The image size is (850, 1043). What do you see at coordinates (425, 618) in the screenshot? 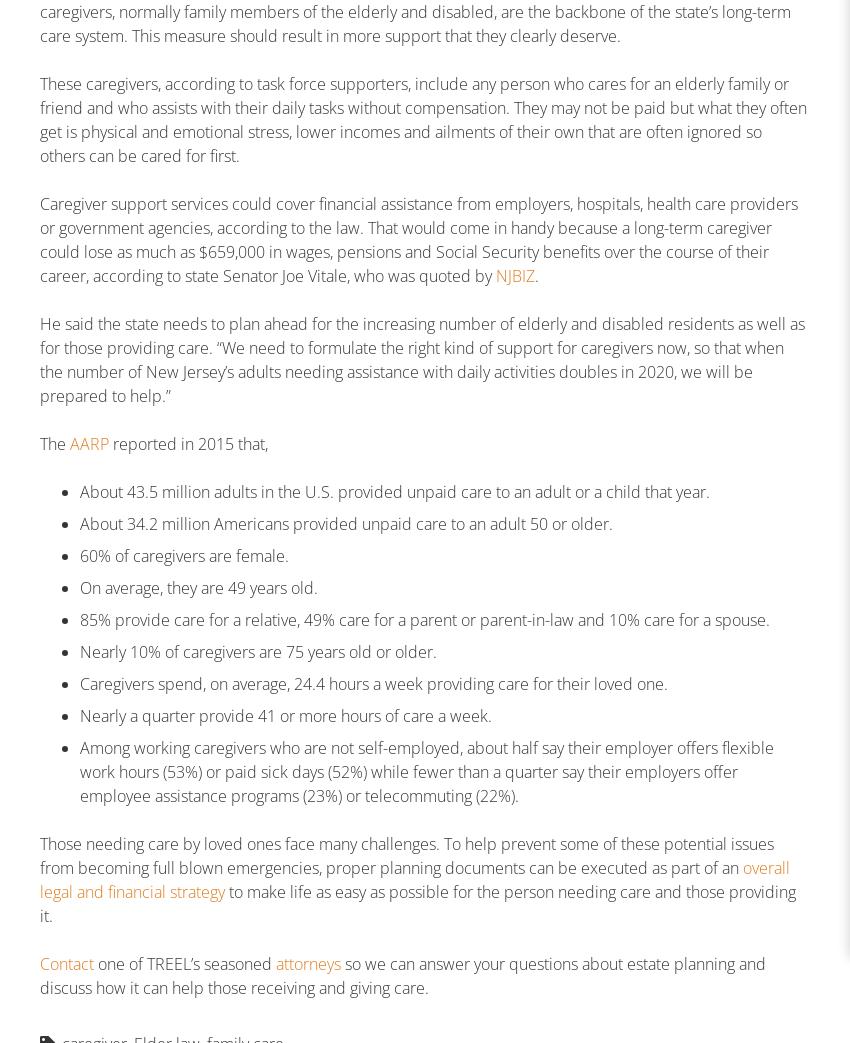
I see `'85% provide care for a relative, 49% care for a parent or parent-in-law and 10% care for a spouse.'` at bounding box center [425, 618].